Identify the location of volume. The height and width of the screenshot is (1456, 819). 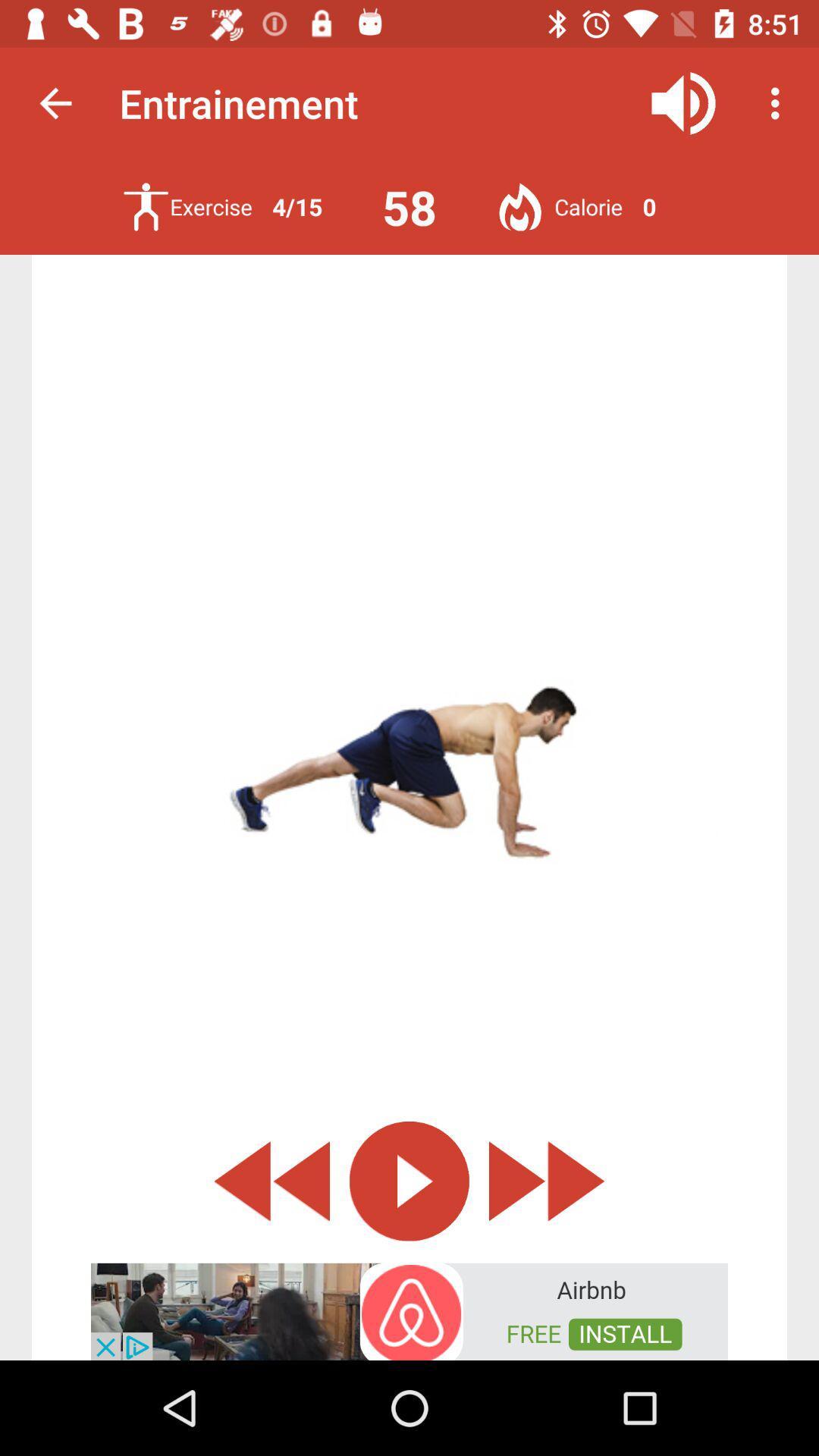
(683, 102).